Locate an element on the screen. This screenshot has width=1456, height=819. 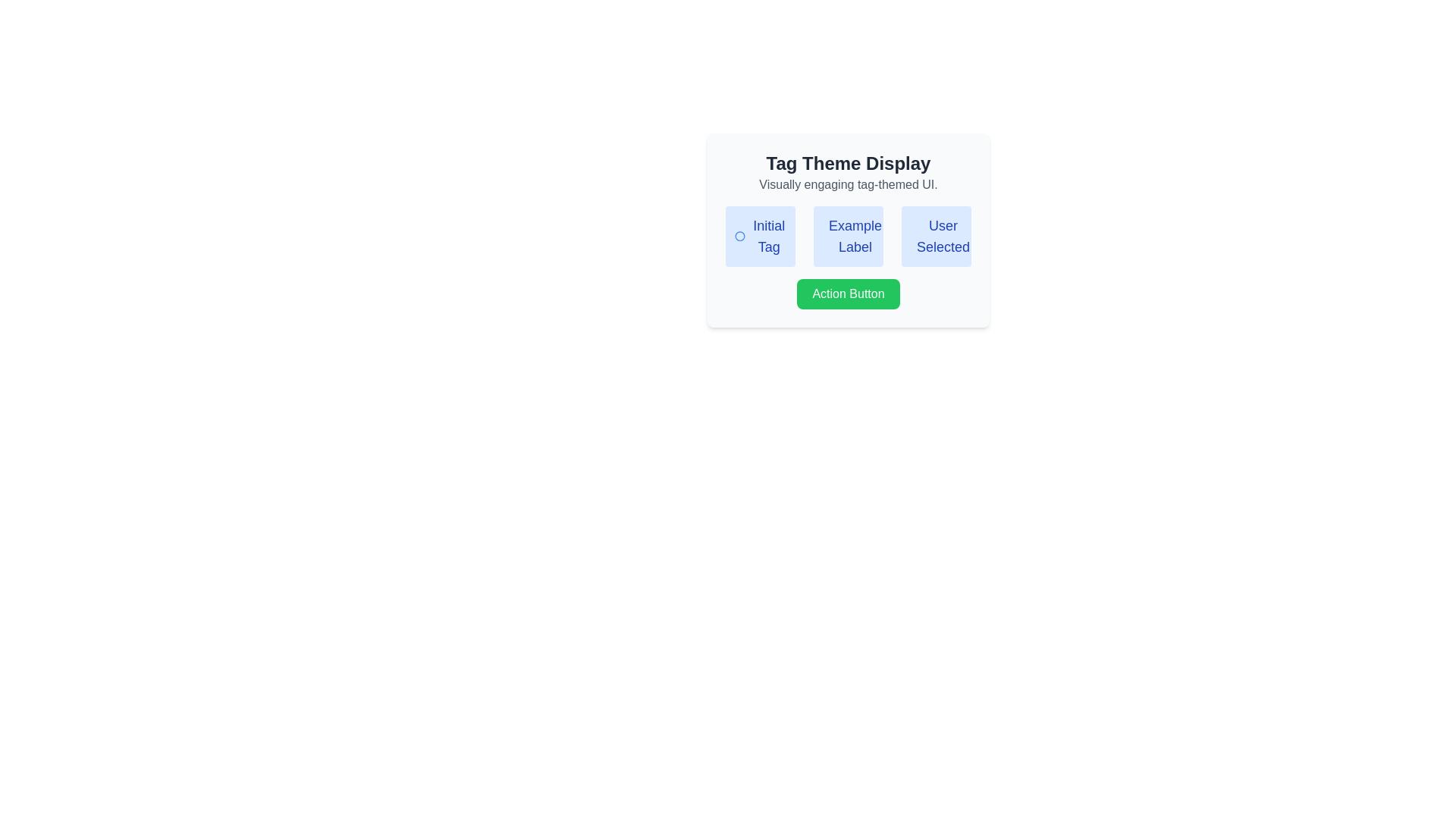
the text label that serves as an identifier for the leftmost tag under the 'Tag Theme Display' heading is located at coordinates (769, 237).